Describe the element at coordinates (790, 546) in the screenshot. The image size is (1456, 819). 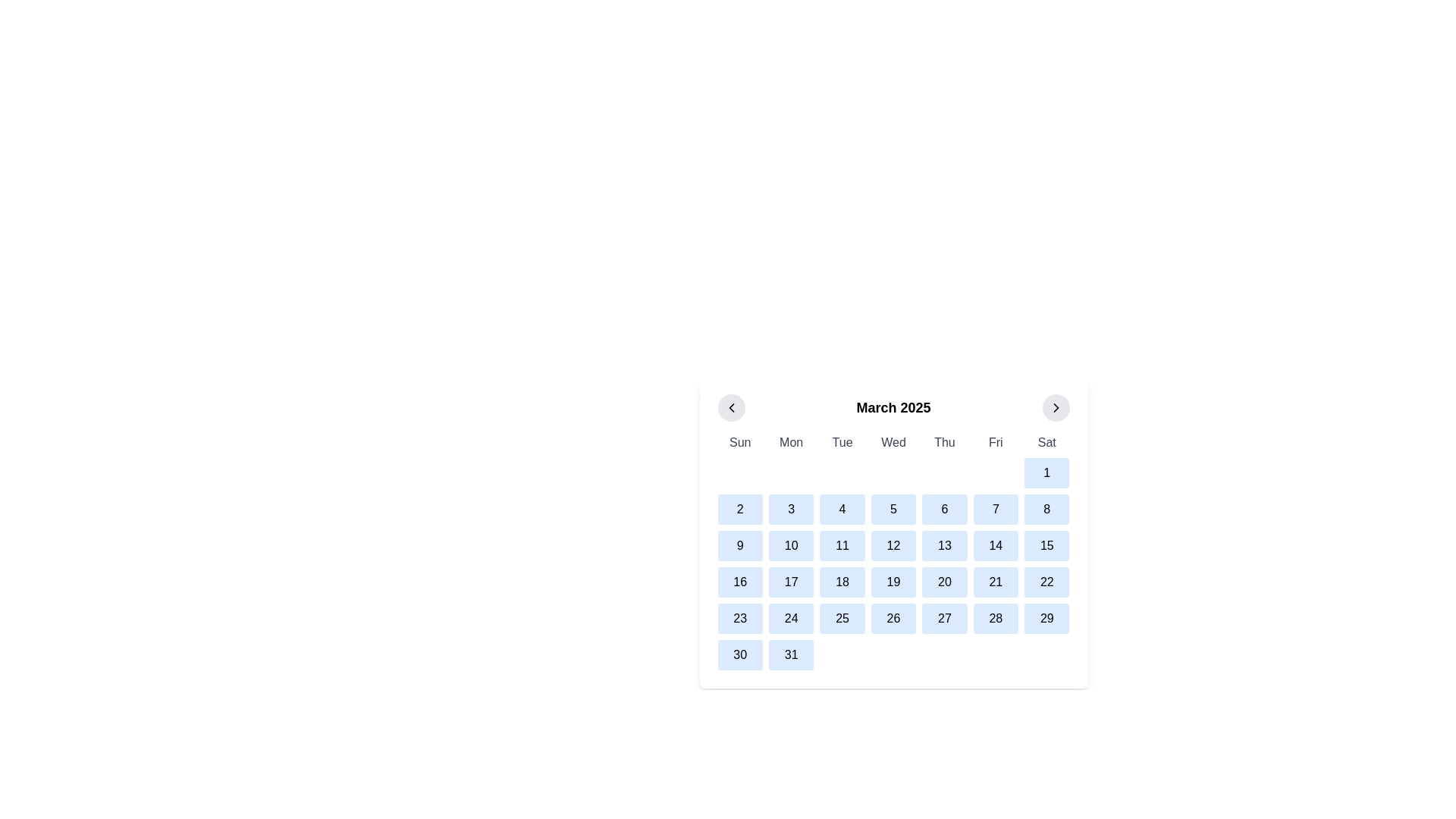
I see `the interactive calendar day button for the 10th day of the month, located in the second week row of the calendar grid, specifically the second cell from the left` at that location.